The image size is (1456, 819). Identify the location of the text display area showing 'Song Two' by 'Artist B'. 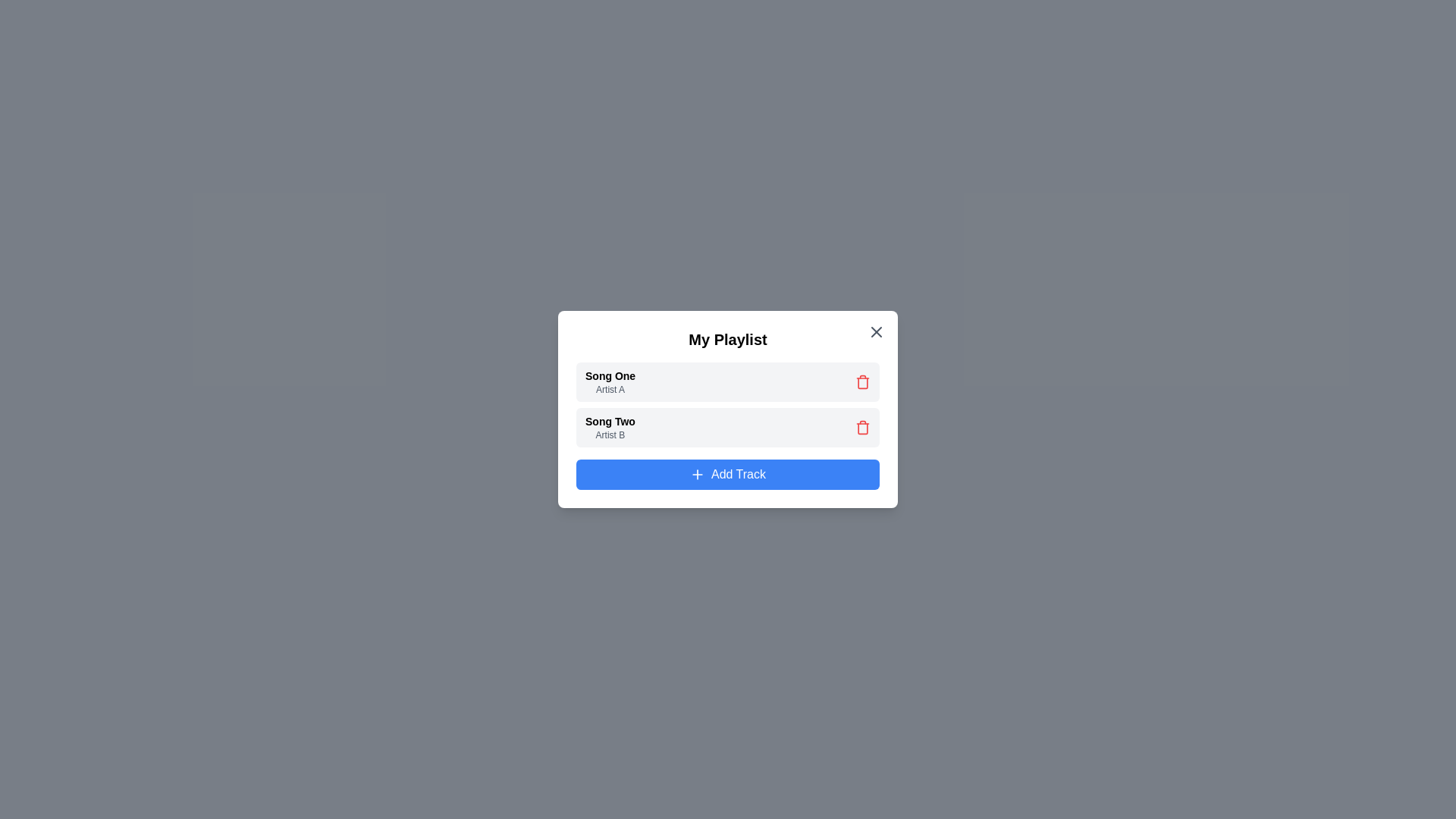
(610, 427).